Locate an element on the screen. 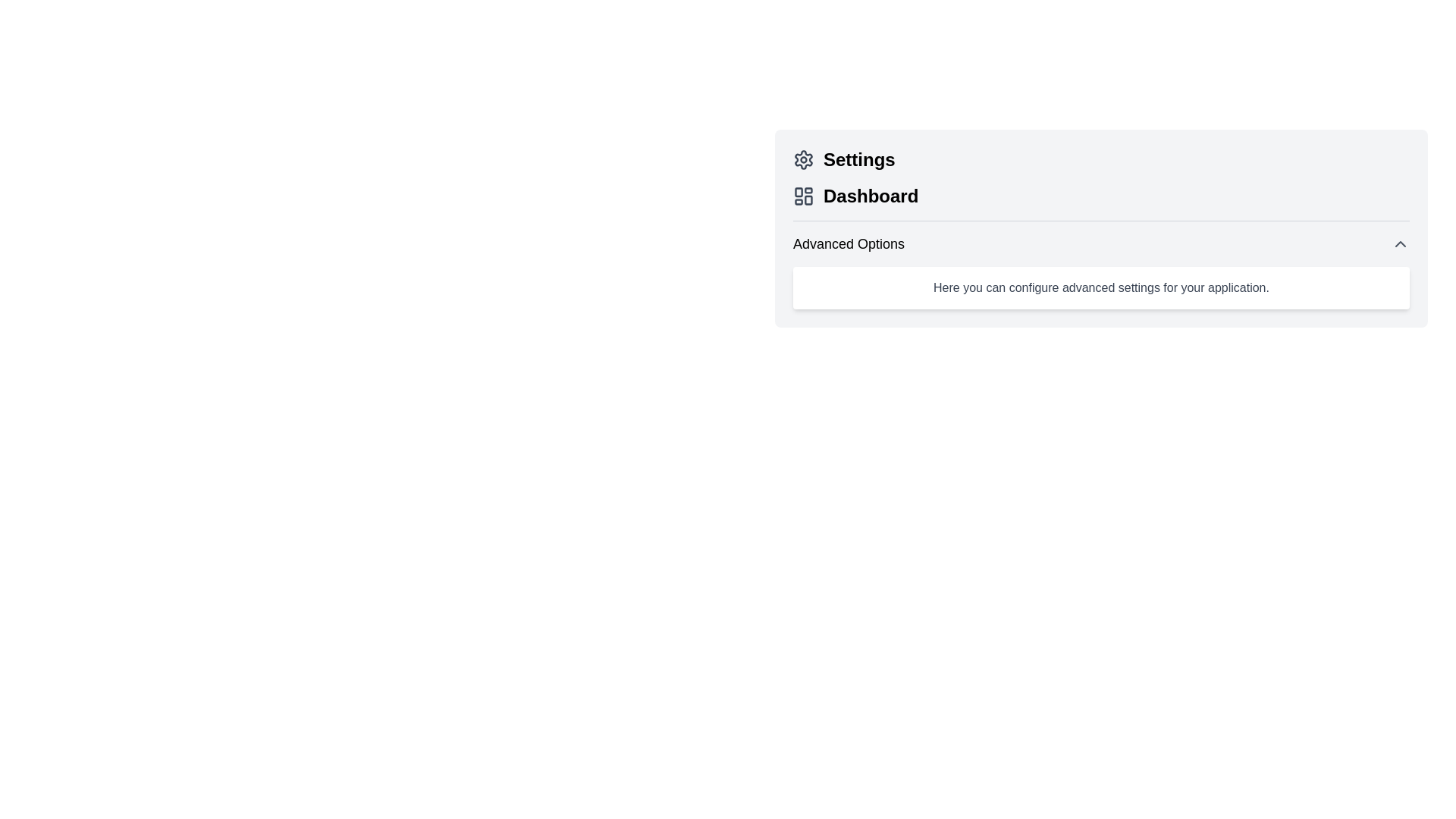 The height and width of the screenshot is (819, 1456). the top-left rectangle icon within the dashboard icon layout, positioned next to the 'Dashboard' section title is located at coordinates (798, 191).